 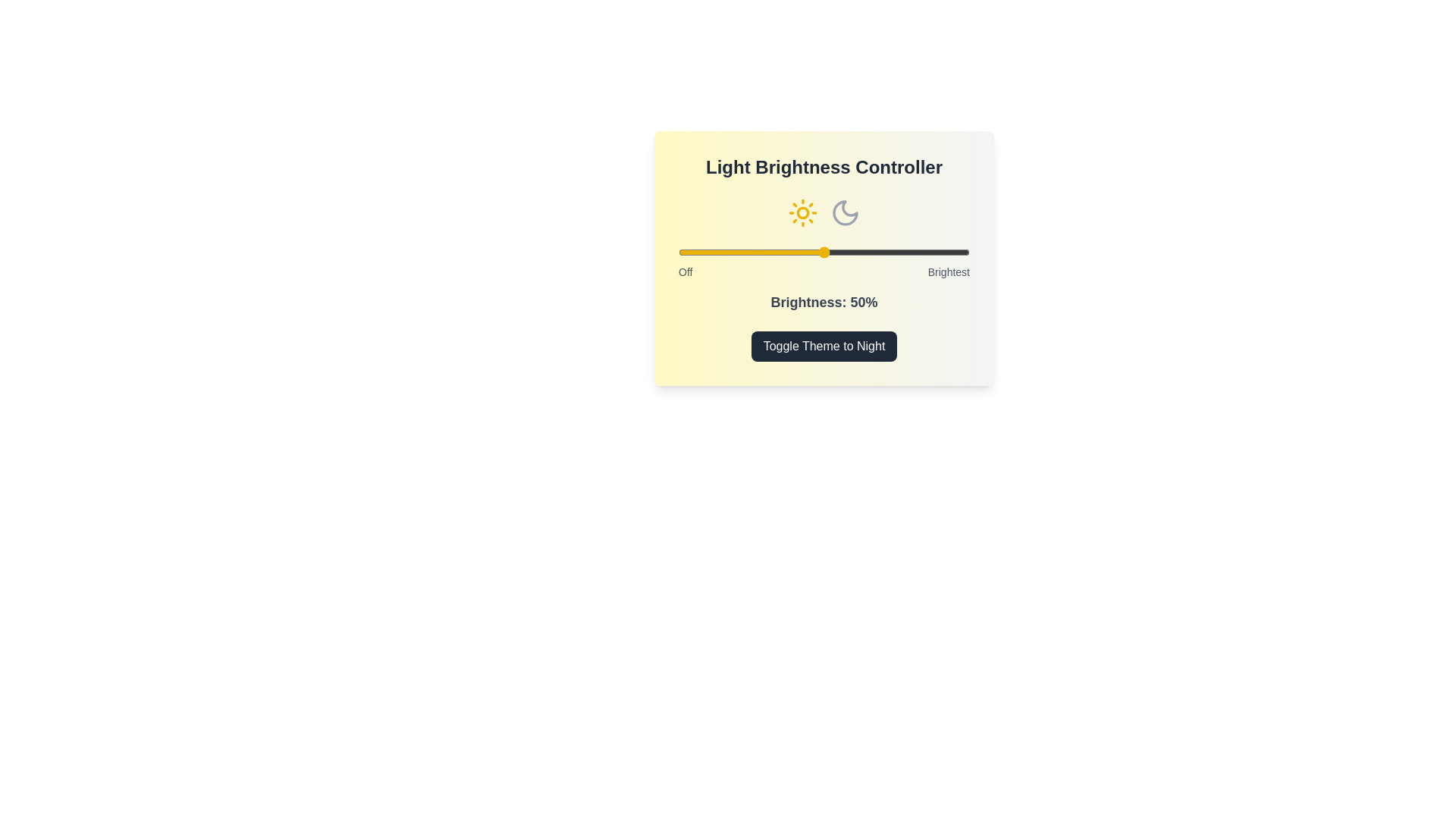 What do you see at coordinates (823, 346) in the screenshot?
I see `'Toggle Theme to Night' button to switch the theme` at bounding box center [823, 346].